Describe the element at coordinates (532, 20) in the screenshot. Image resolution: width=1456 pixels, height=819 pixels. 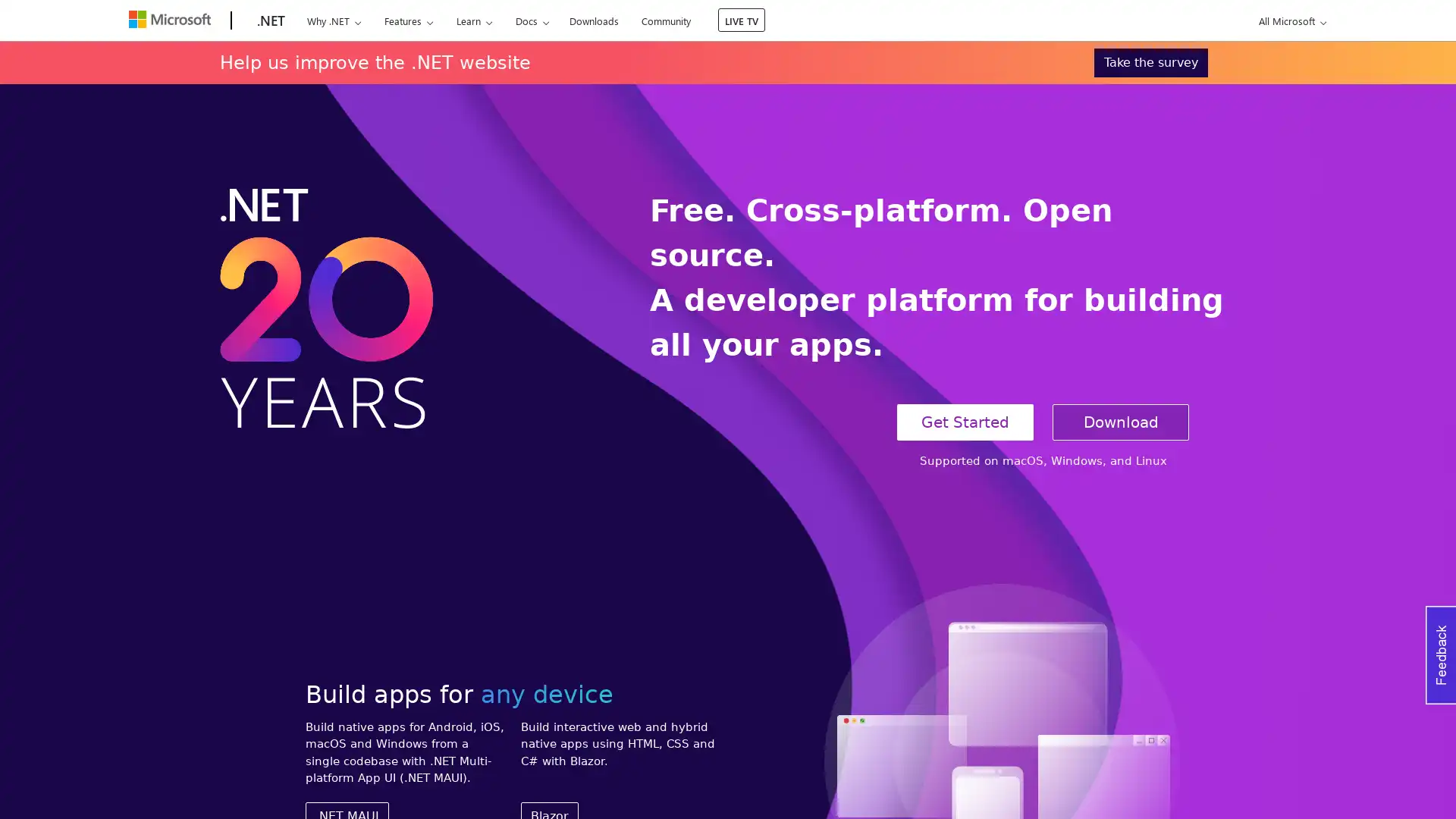
I see `Docs` at that location.